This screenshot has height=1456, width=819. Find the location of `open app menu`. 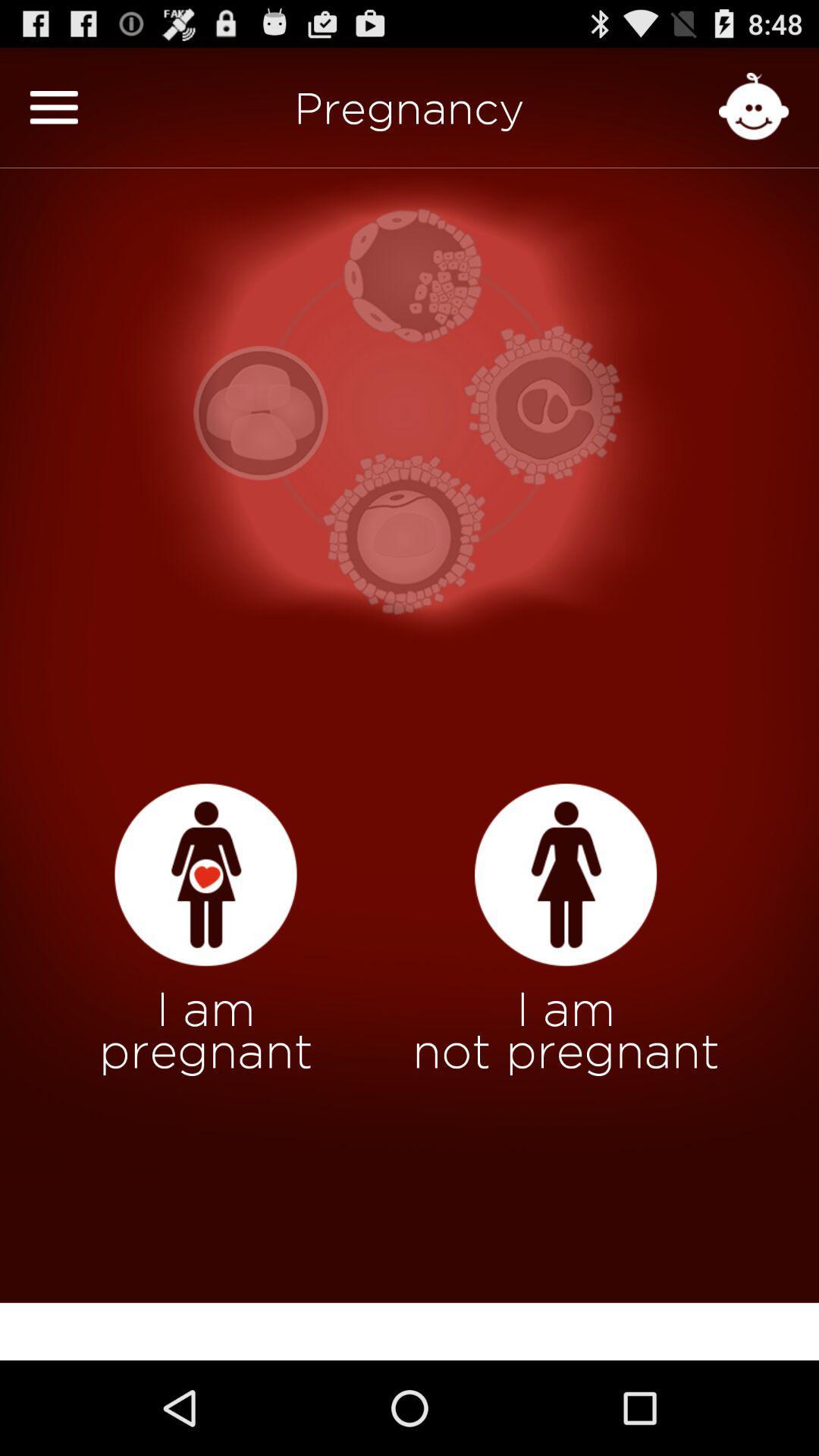

open app menu is located at coordinates (53, 106).